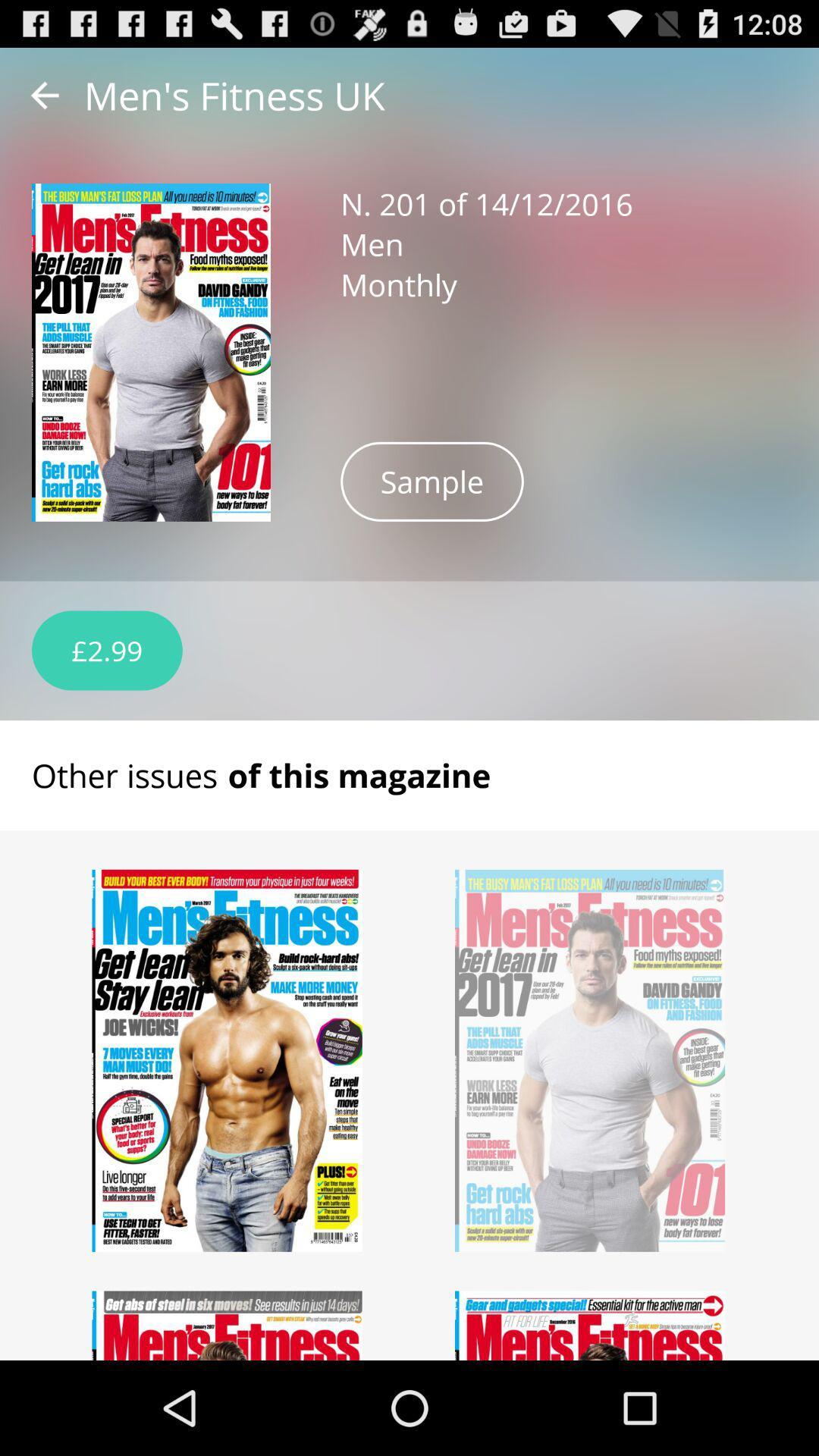 The height and width of the screenshot is (1456, 819). I want to click on select magazine, so click(227, 1059).